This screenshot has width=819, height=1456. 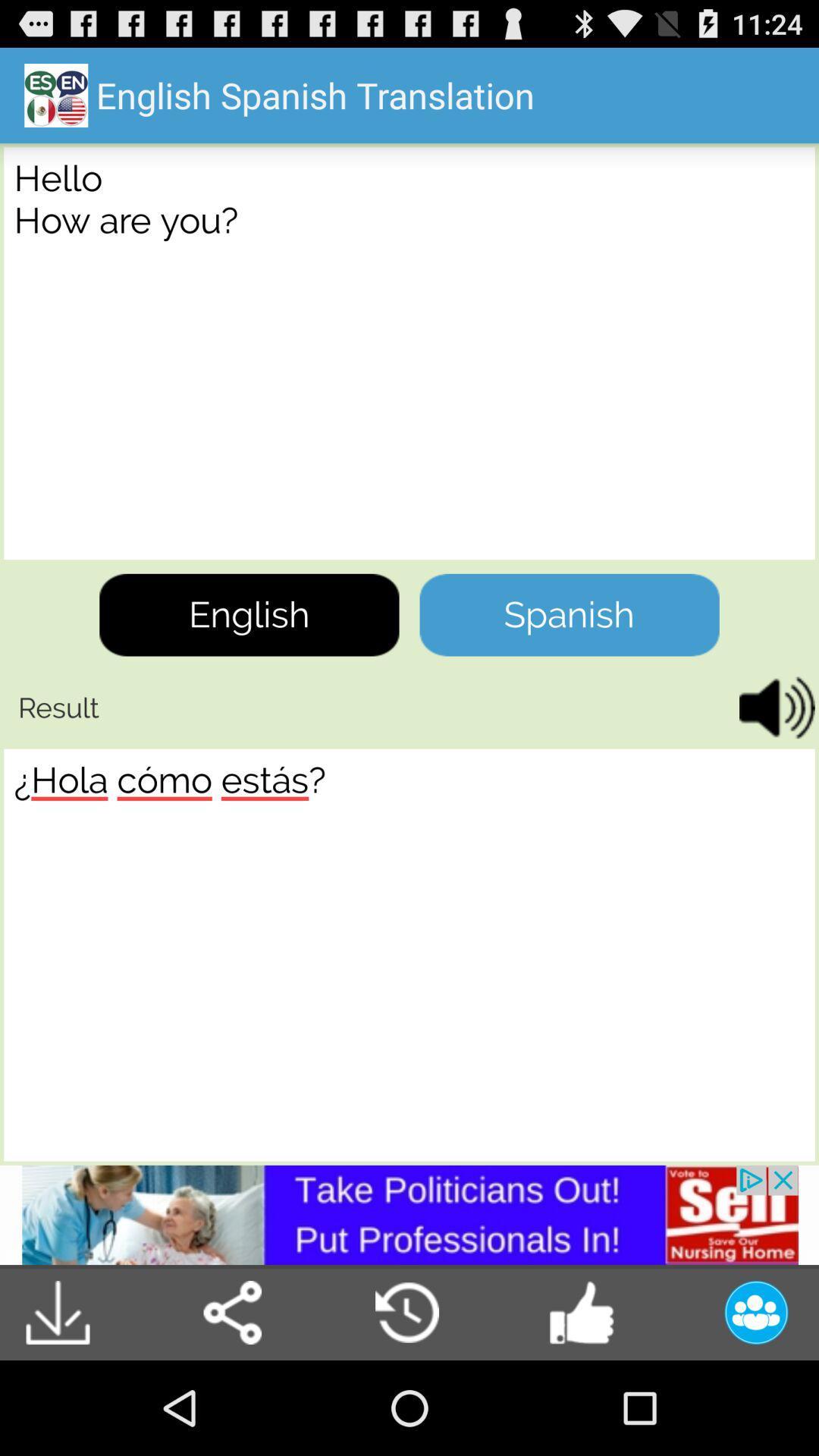 What do you see at coordinates (581, 1312) in the screenshot?
I see `the like option in the bottom` at bounding box center [581, 1312].